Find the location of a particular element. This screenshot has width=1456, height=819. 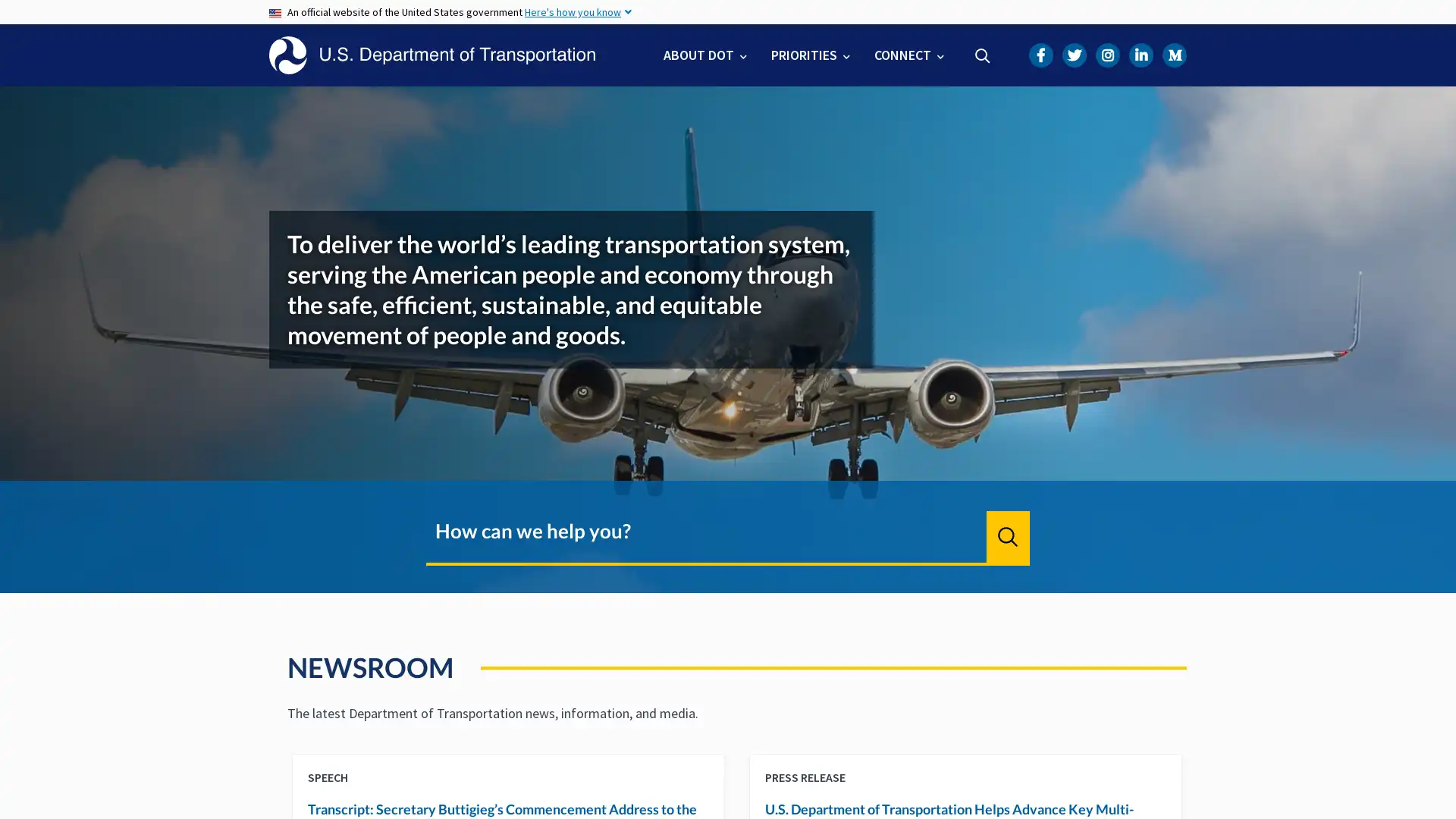

Search is located at coordinates (1008, 536).